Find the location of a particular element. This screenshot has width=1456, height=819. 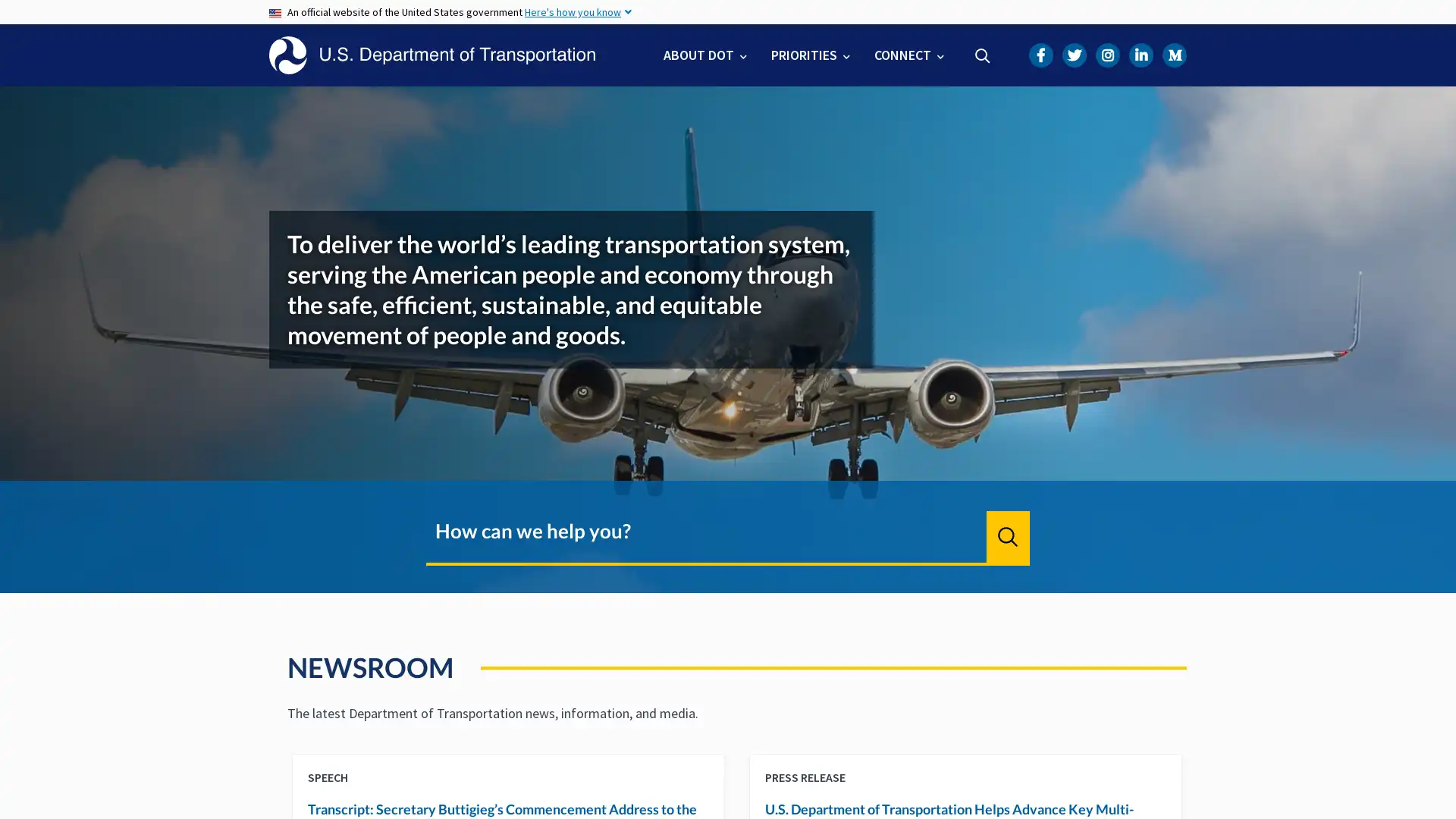

Search is located at coordinates (1008, 536).